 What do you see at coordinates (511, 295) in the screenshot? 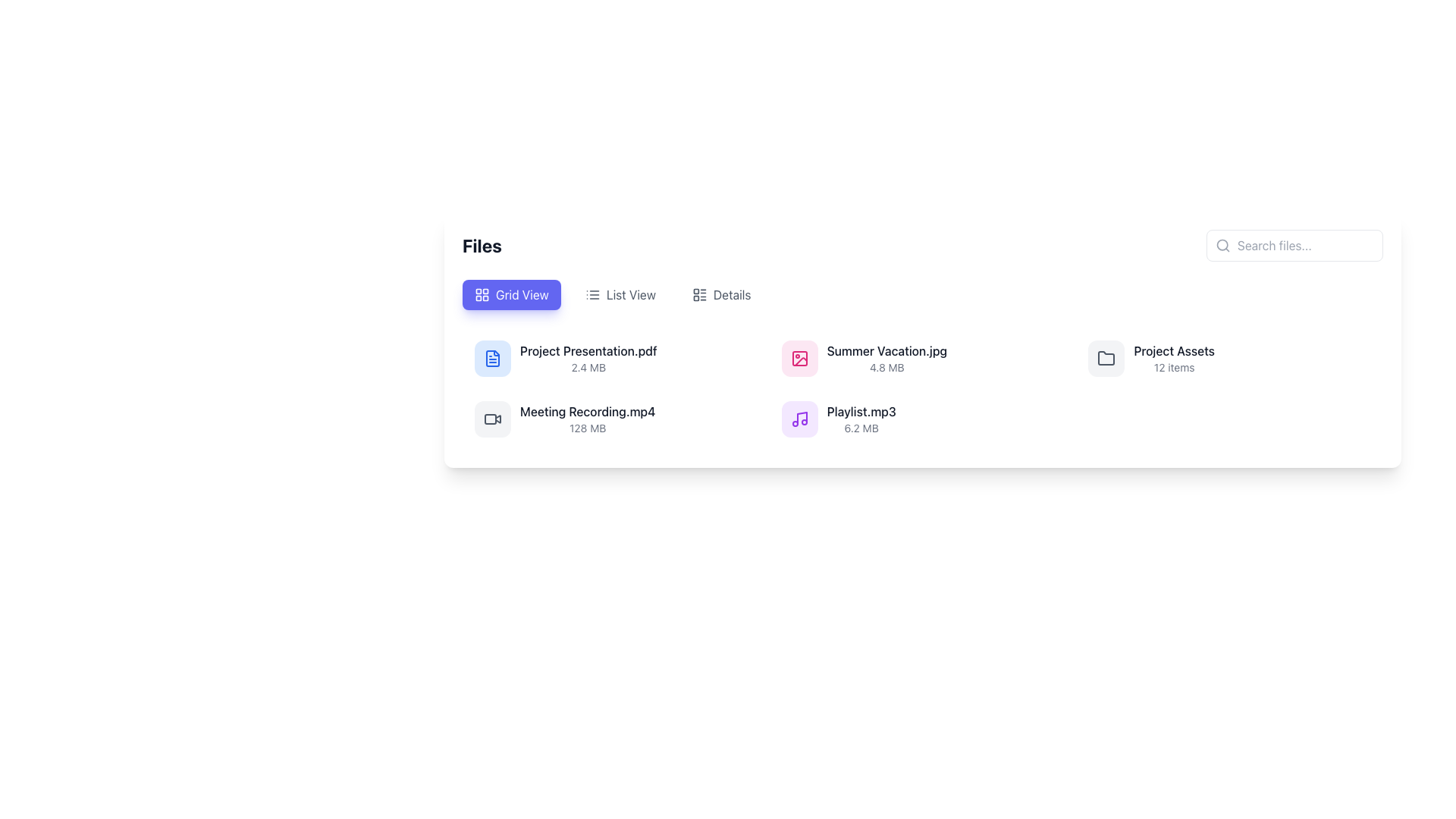
I see `the first button in the horizontal list that switches the file display format to a grid view` at bounding box center [511, 295].